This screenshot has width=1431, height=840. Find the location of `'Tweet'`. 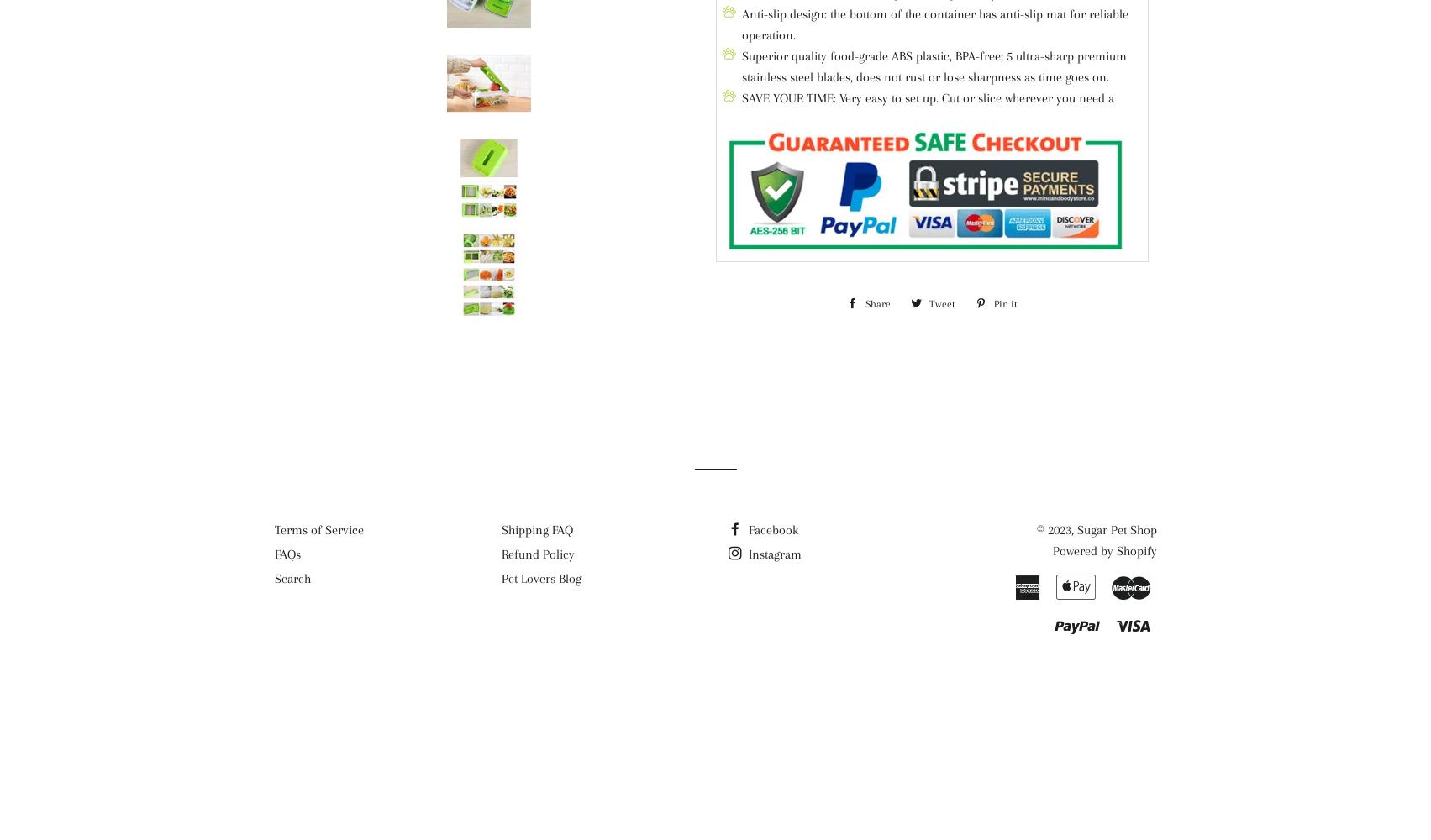

'Tweet' is located at coordinates (941, 303).